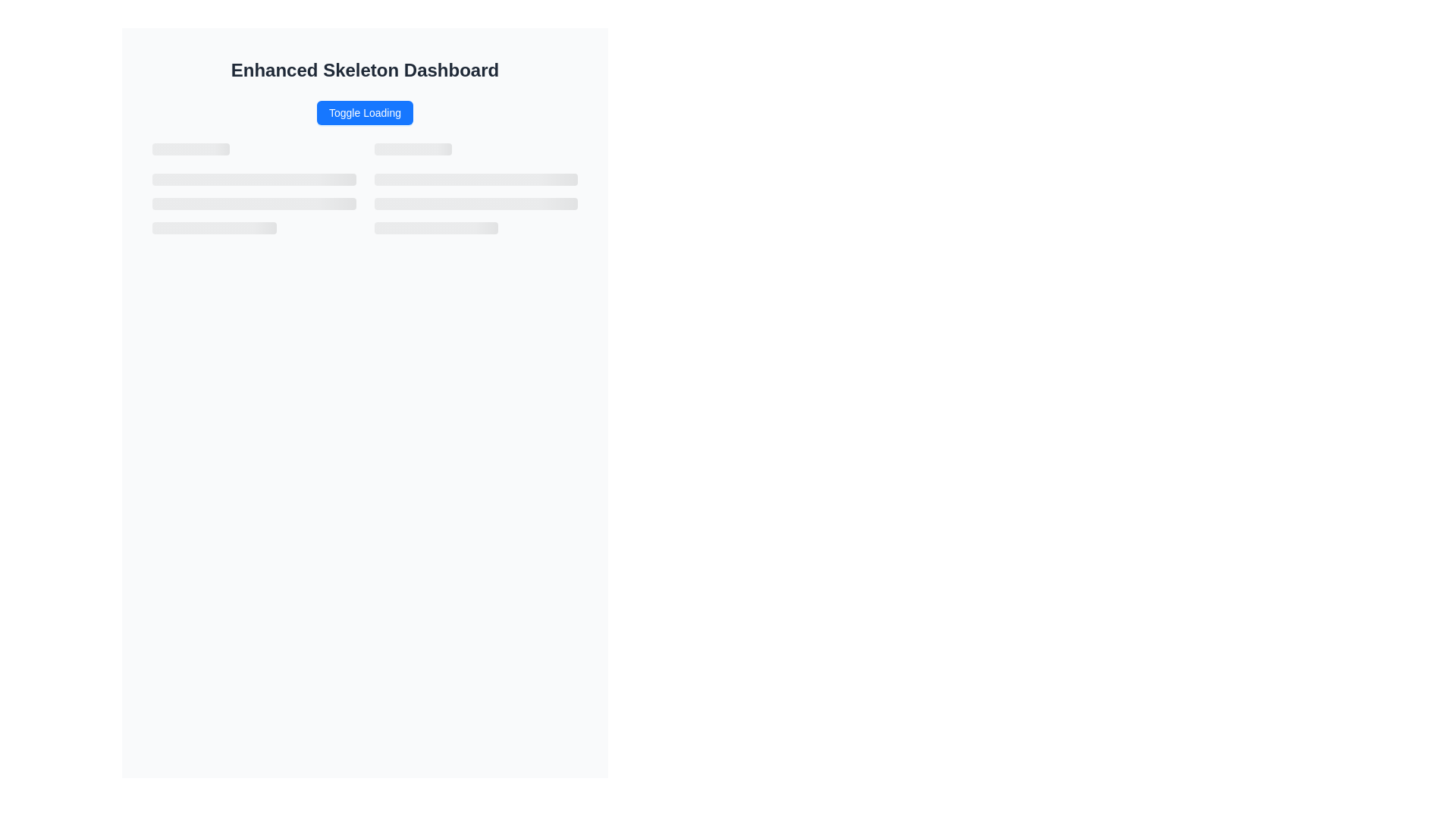 This screenshot has width=1456, height=819. I want to click on the toggle button located centrally beneath the title 'Enhanced Skeleton Dashboard', so click(365, 112).